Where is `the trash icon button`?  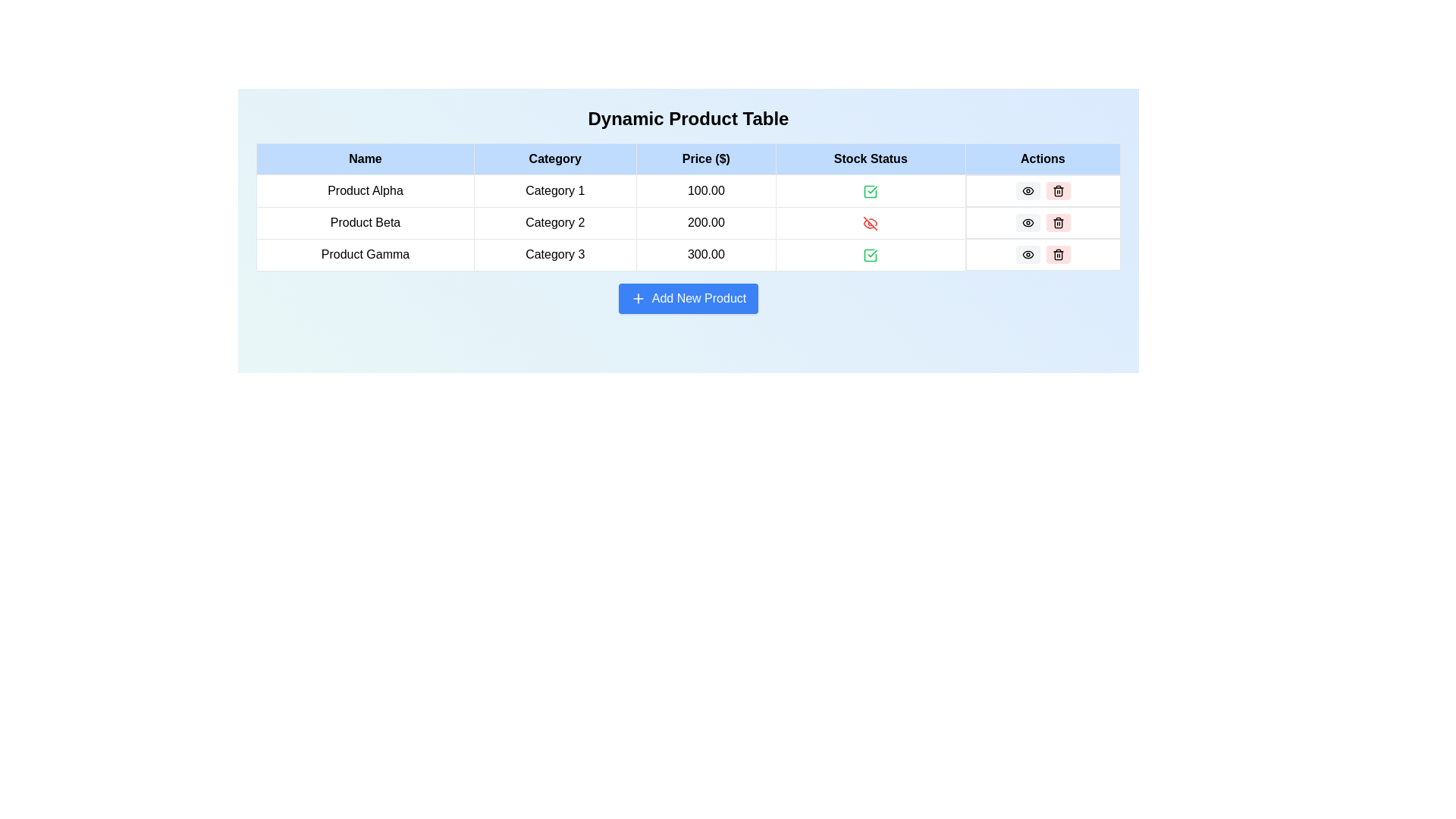 the trash icon button is located at coordinates (1057, 222).